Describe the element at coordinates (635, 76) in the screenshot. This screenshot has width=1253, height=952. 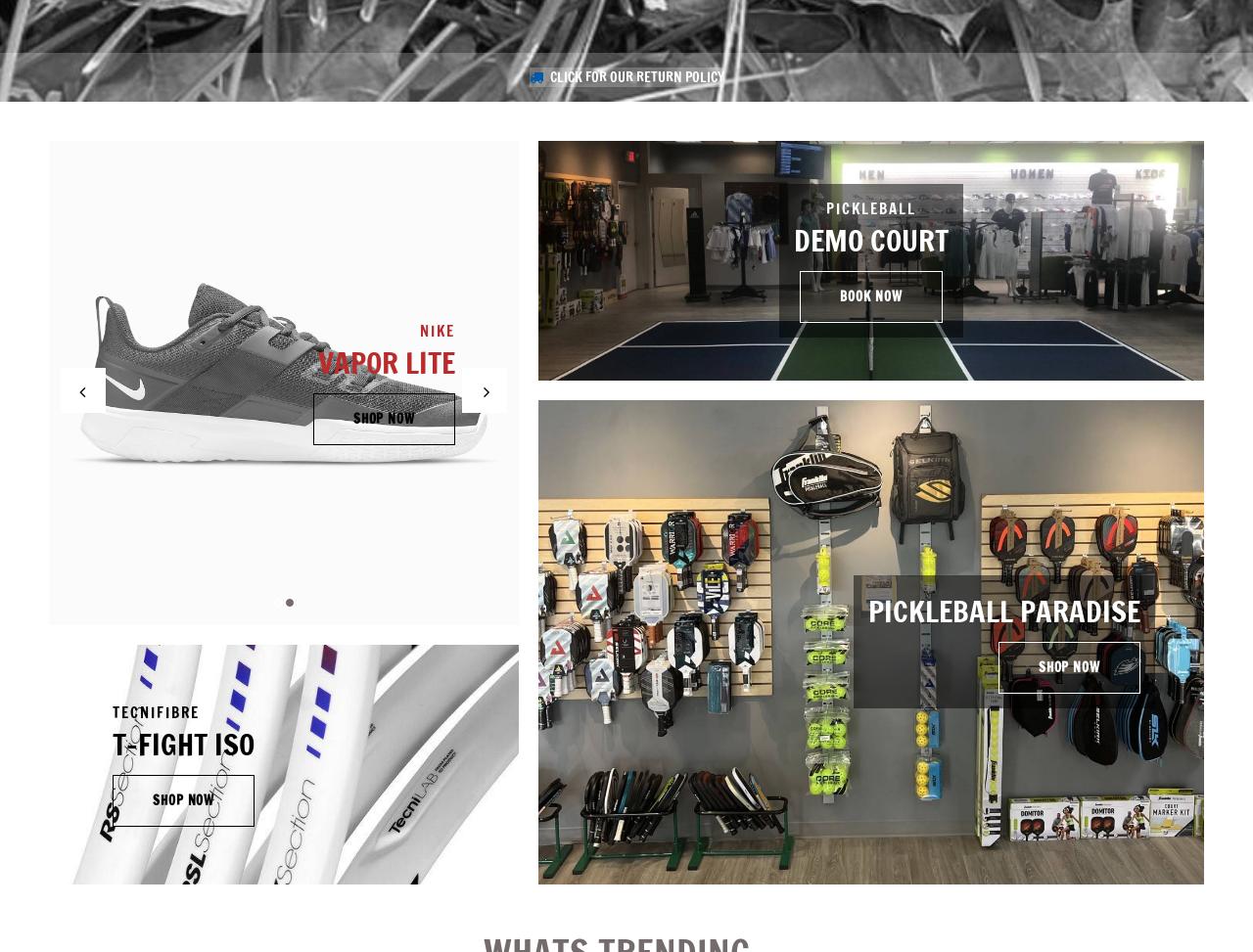
I see `'CLICK FOR OUR RETURN POLICY'` at that location.